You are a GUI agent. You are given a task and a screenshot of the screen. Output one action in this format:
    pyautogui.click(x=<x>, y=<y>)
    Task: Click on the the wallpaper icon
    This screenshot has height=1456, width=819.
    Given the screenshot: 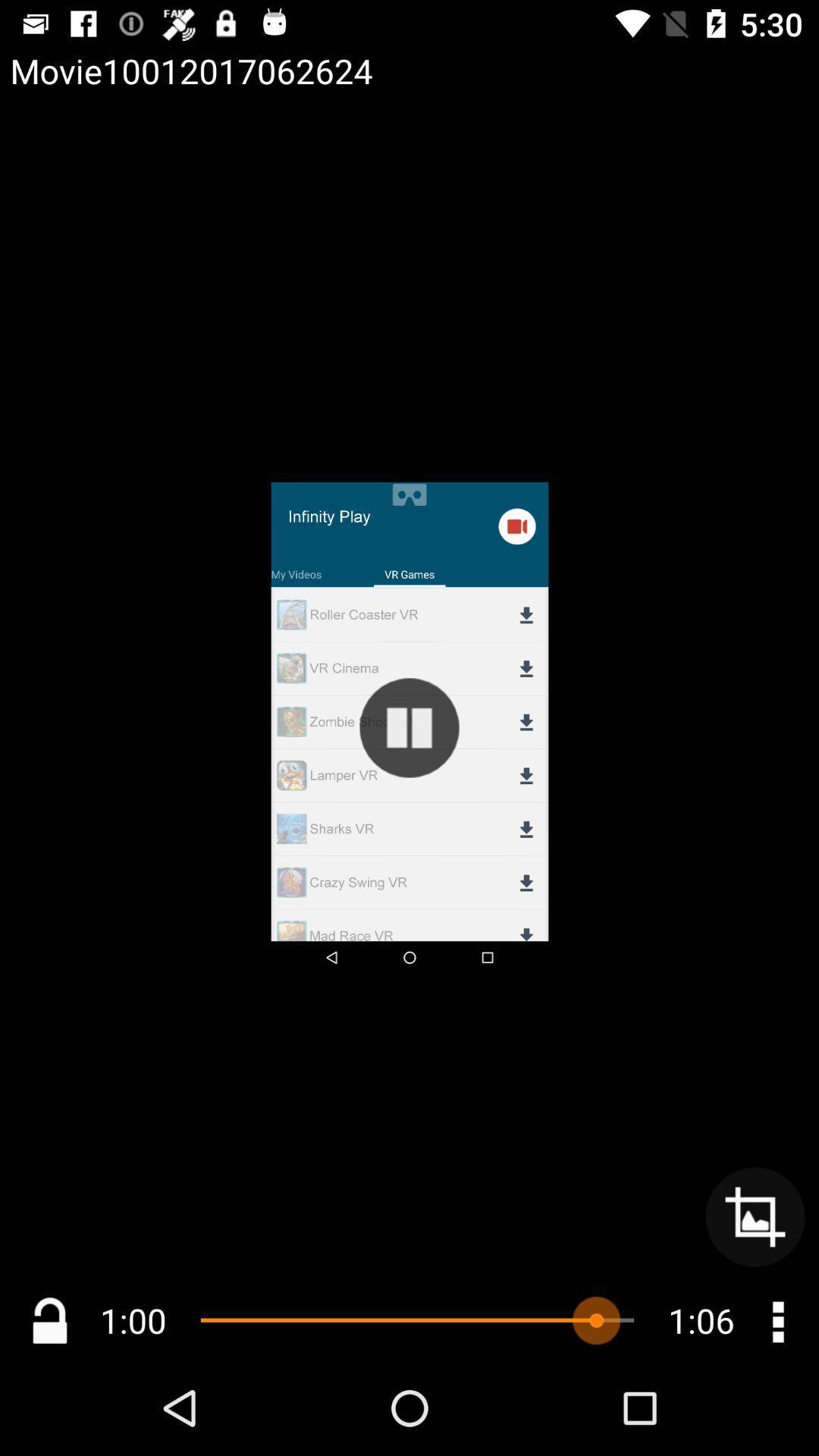 What is the action you would take?
    pyautogui.click(x=755, y=1216)
    